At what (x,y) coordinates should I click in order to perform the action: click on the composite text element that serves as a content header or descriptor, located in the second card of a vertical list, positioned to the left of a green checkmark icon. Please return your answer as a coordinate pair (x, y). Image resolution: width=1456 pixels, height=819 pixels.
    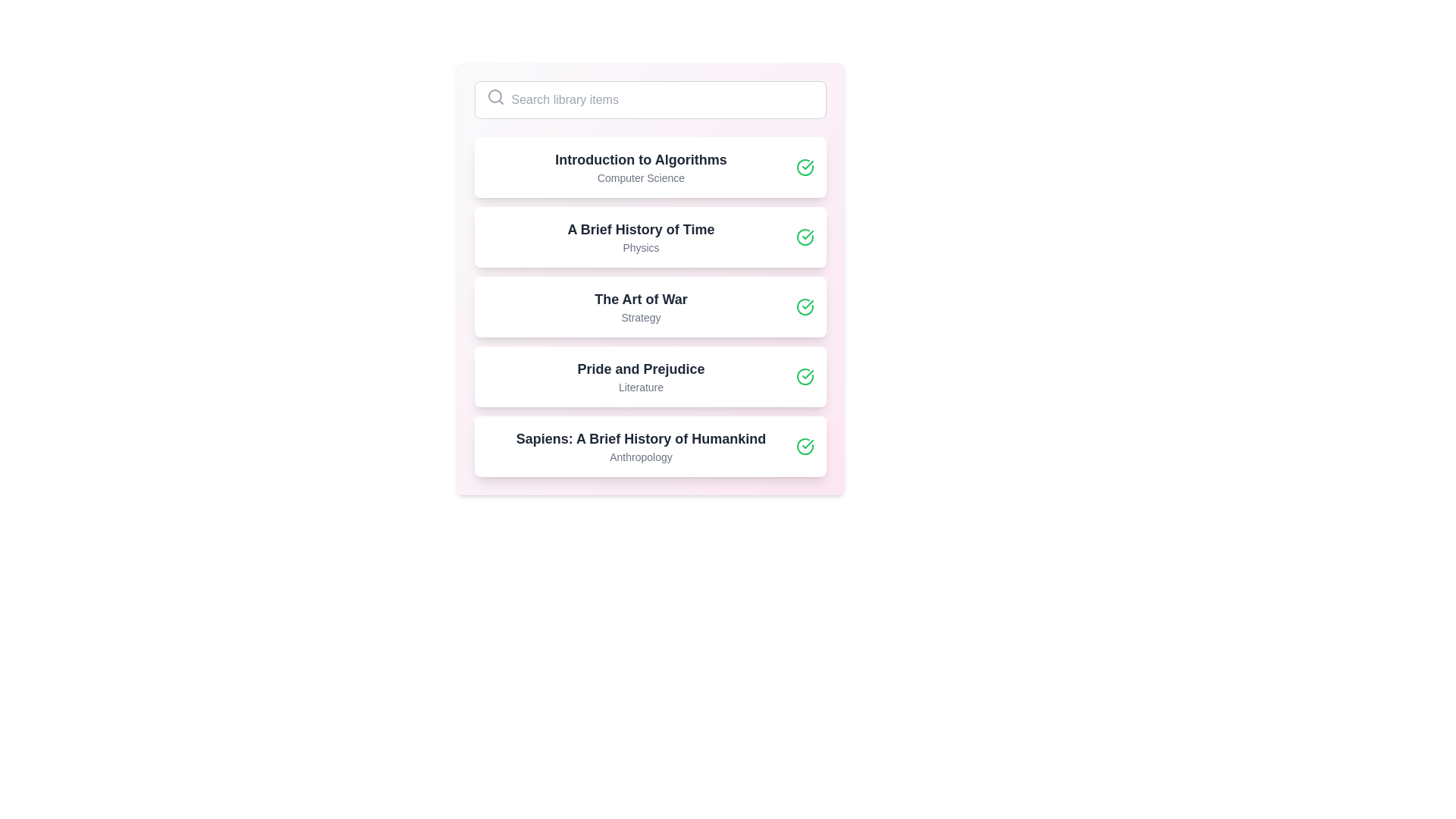
    Looking at the image, I should click on (641, 237).